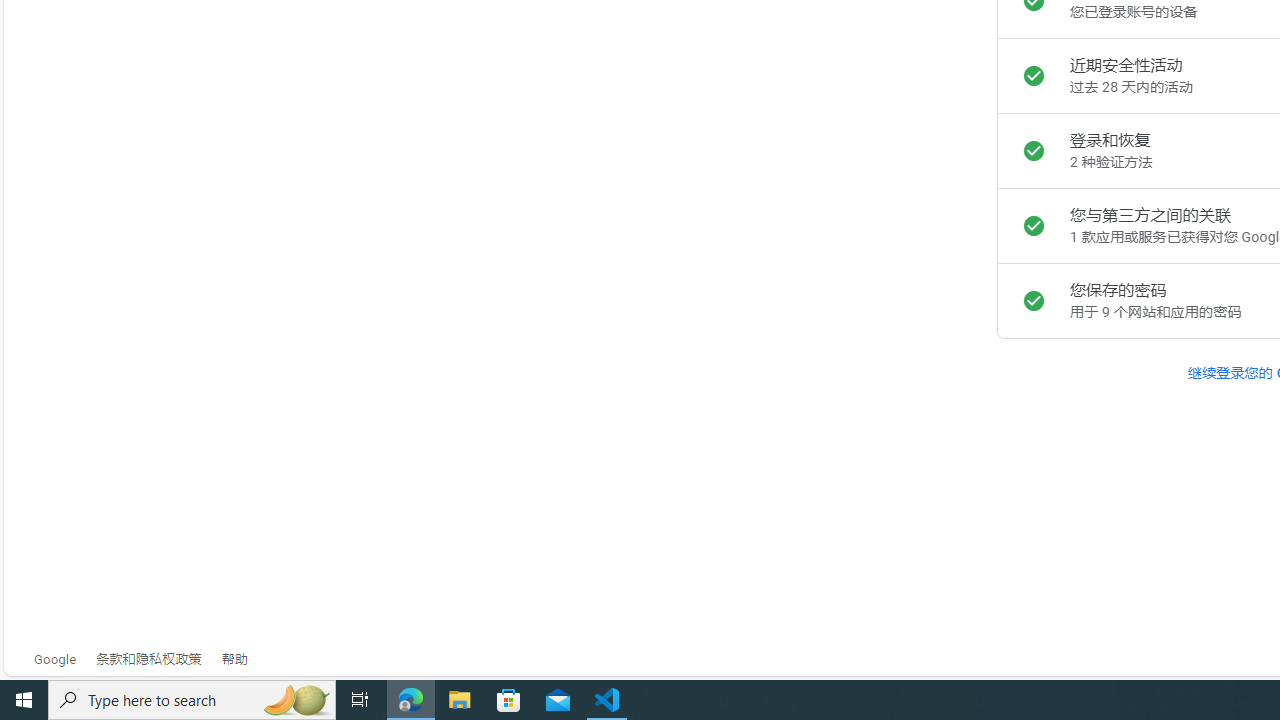  I want to click on 'Task View', so click(359, 698).